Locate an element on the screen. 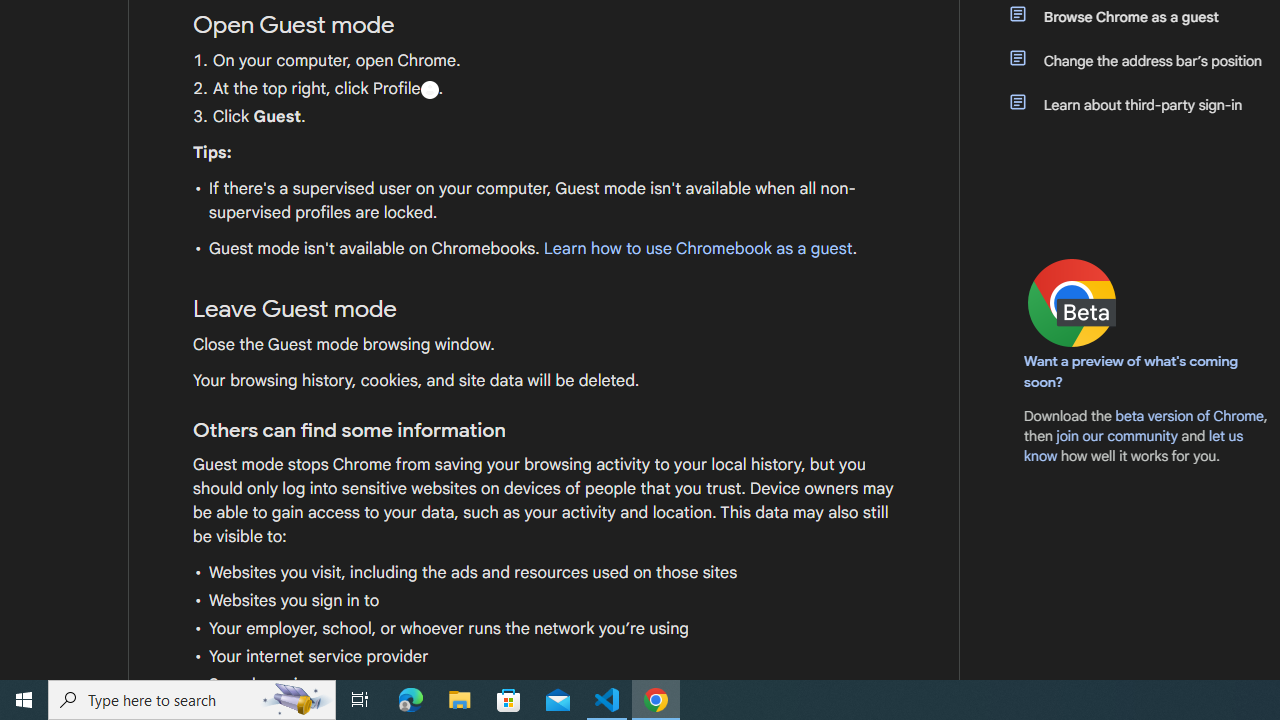  'beta version of Chrome' is located at coordinates (1189, 414).